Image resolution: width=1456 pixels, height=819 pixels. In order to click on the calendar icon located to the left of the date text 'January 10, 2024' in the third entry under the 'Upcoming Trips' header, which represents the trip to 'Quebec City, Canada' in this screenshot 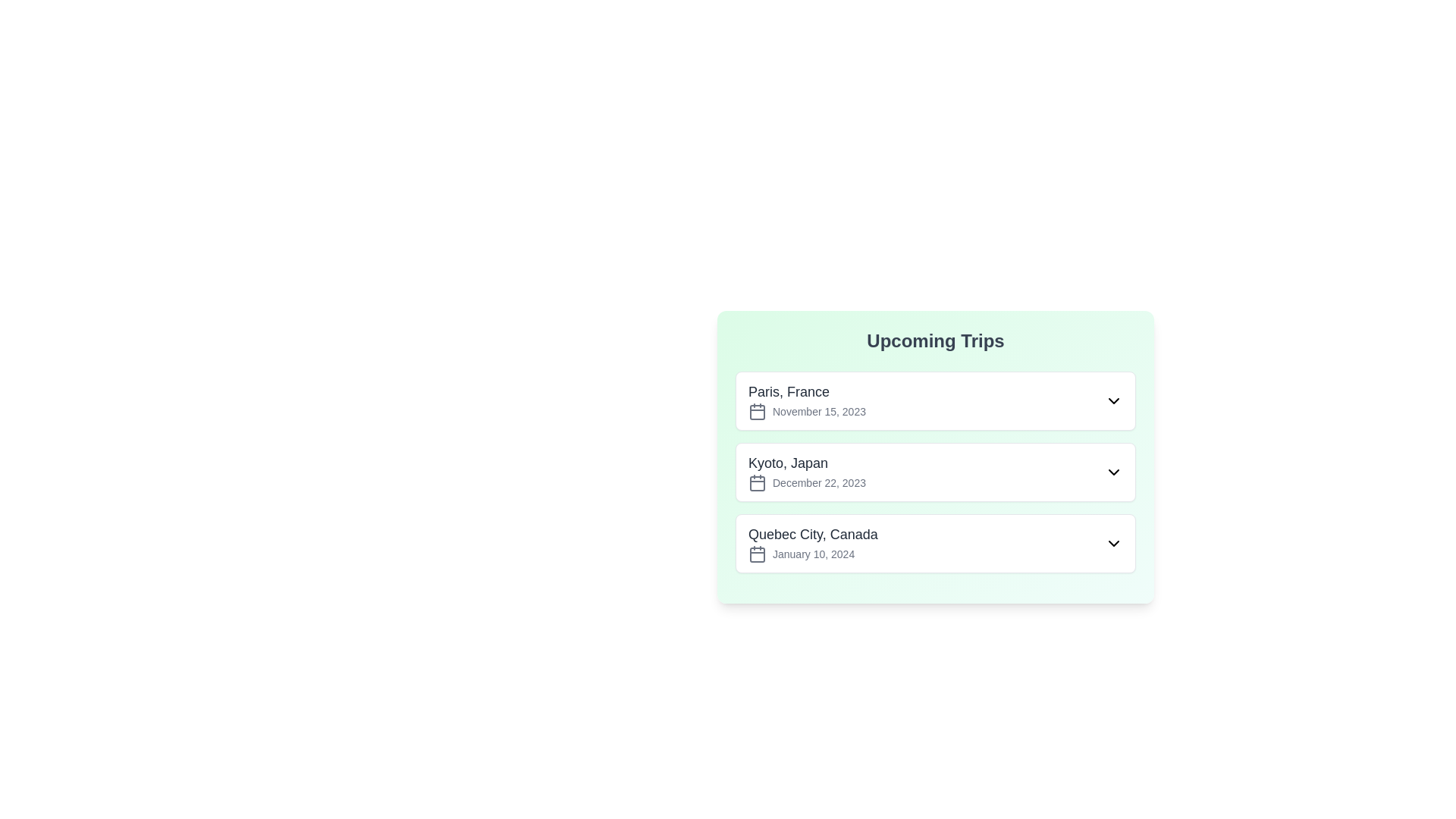, I will do `click(757, 554)`.